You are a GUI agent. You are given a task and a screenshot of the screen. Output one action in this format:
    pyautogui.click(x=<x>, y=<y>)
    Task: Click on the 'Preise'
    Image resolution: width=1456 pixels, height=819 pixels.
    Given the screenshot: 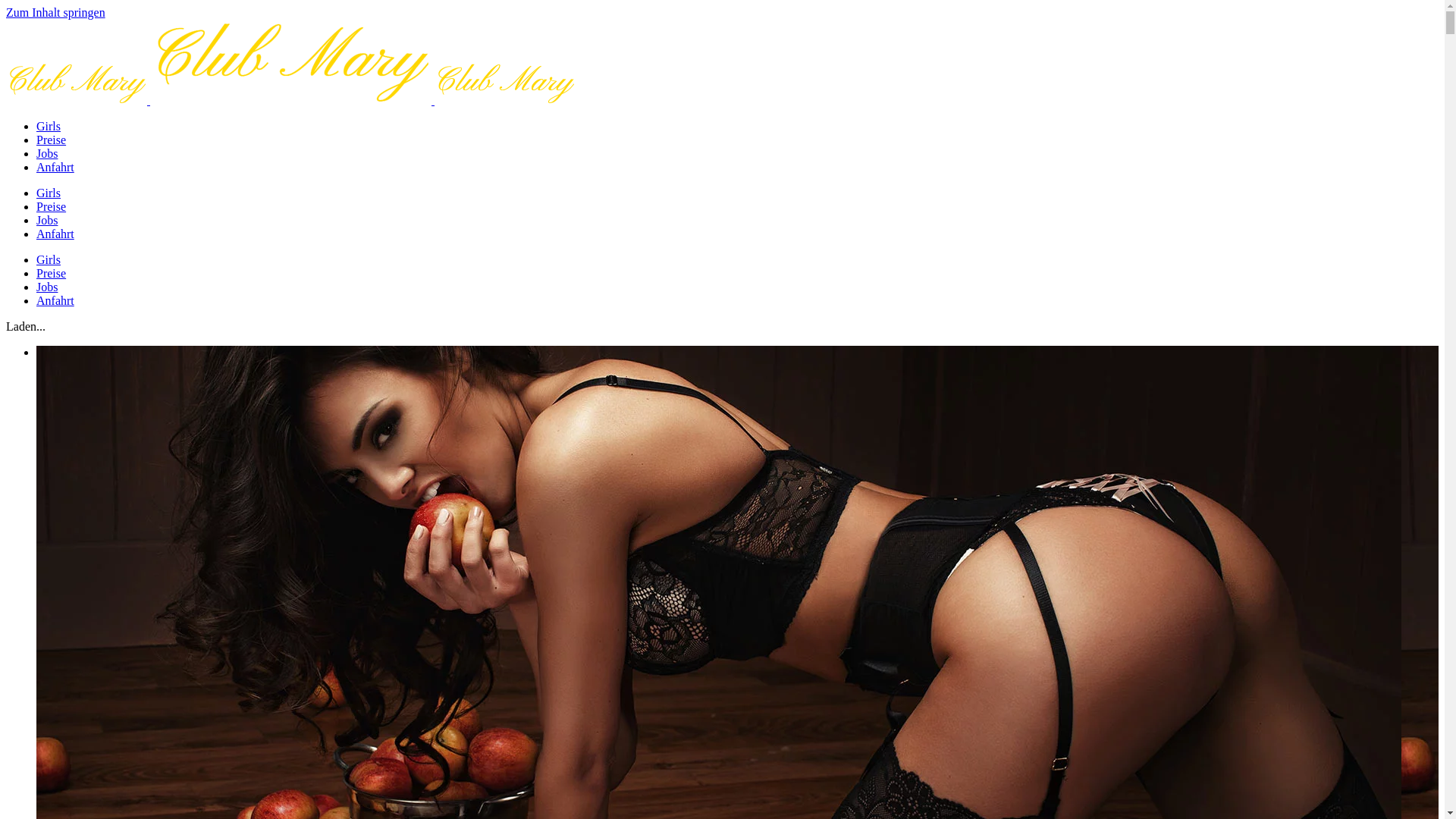 What is the action you would take?
    pyautogui.click(x=51, y=140)
    